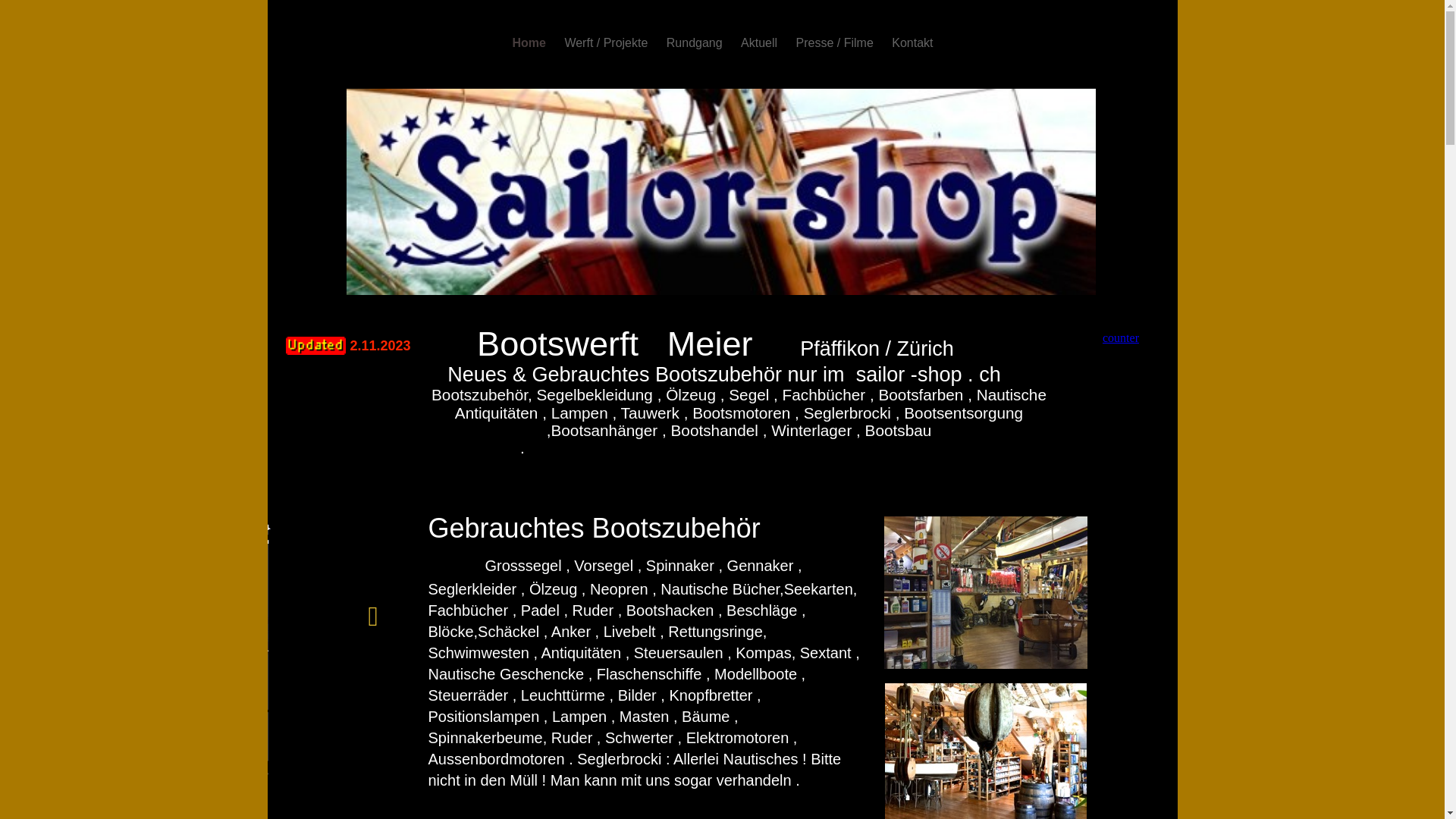 This screenshot has width=1456, height=819. What do you see at coordinates (695, 42) in the screenshot?
I see `'Rundgang'` at bounding box center [695, 42].